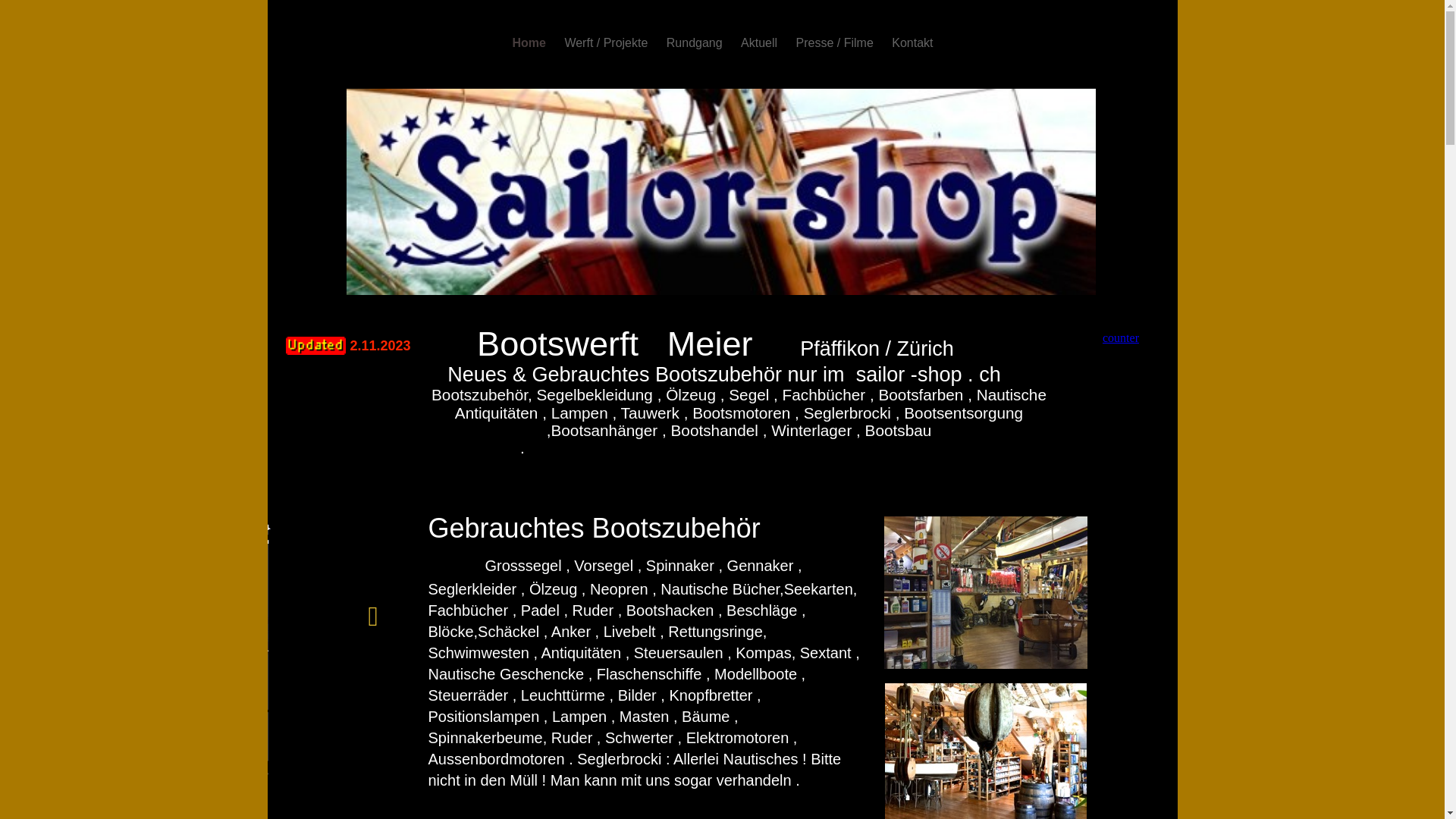 This screenshot has width=1456, height=819. What do you see at coordinates (695, 42) in the screenshot?
I see `'Rundgang'` at bounding box center [695, 42].